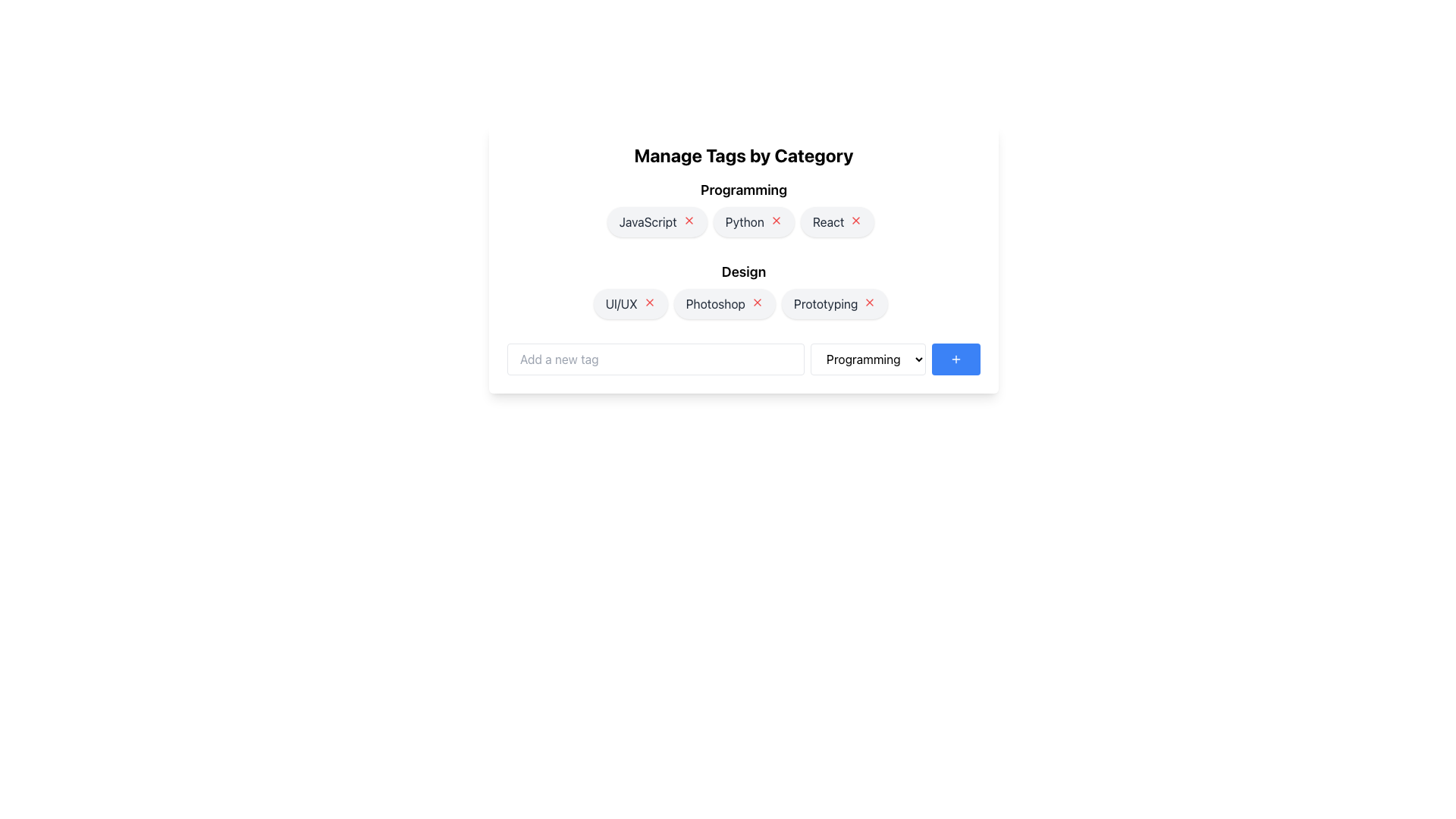  Describe the element at coordinates (687, 220) in the screenshot. I see `the button located to the right of the 'JavaScript' text` at that location.